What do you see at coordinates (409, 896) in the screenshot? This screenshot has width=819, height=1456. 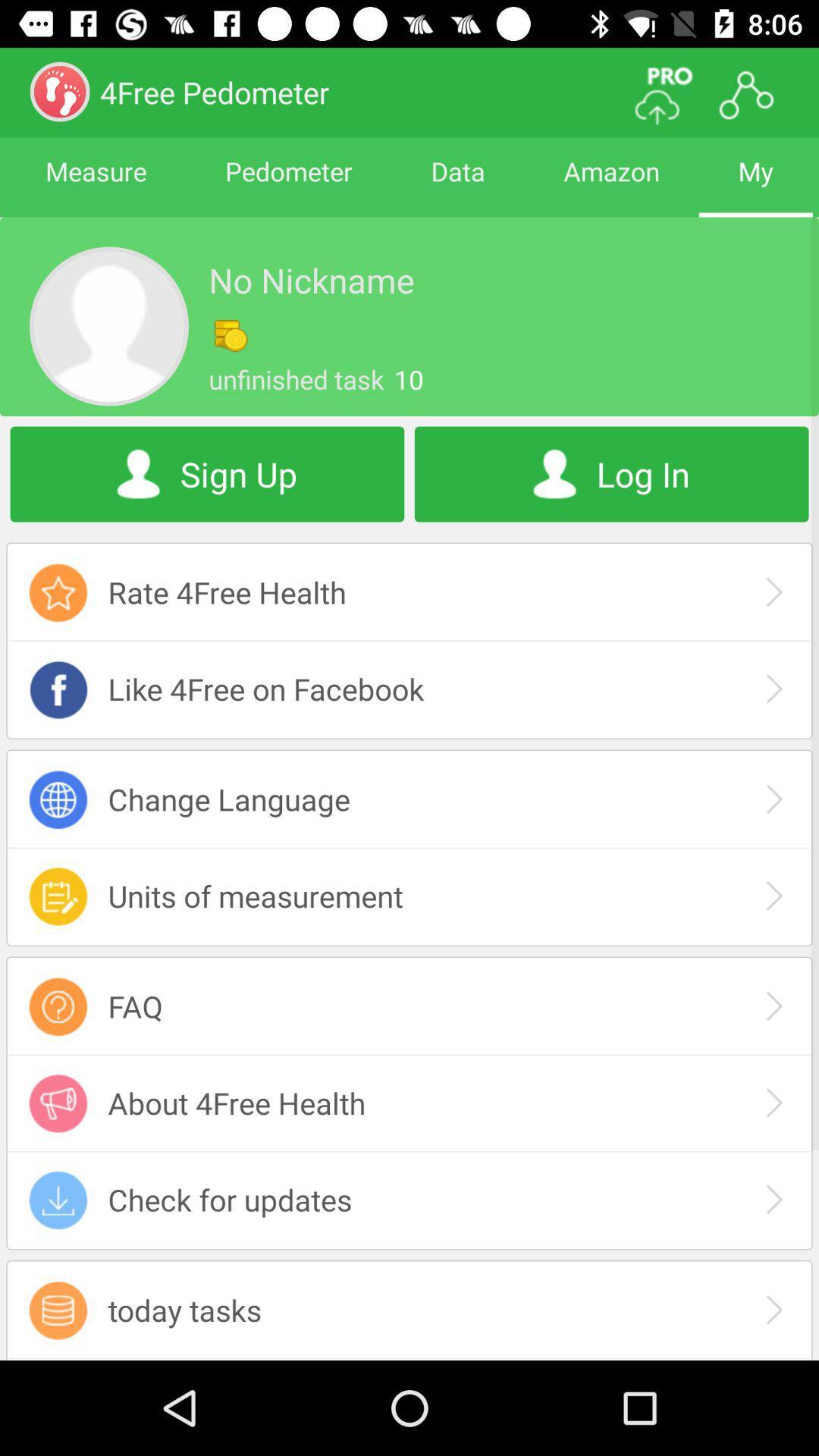 I see `the units of measurement app` at bounding box center [409, 896].